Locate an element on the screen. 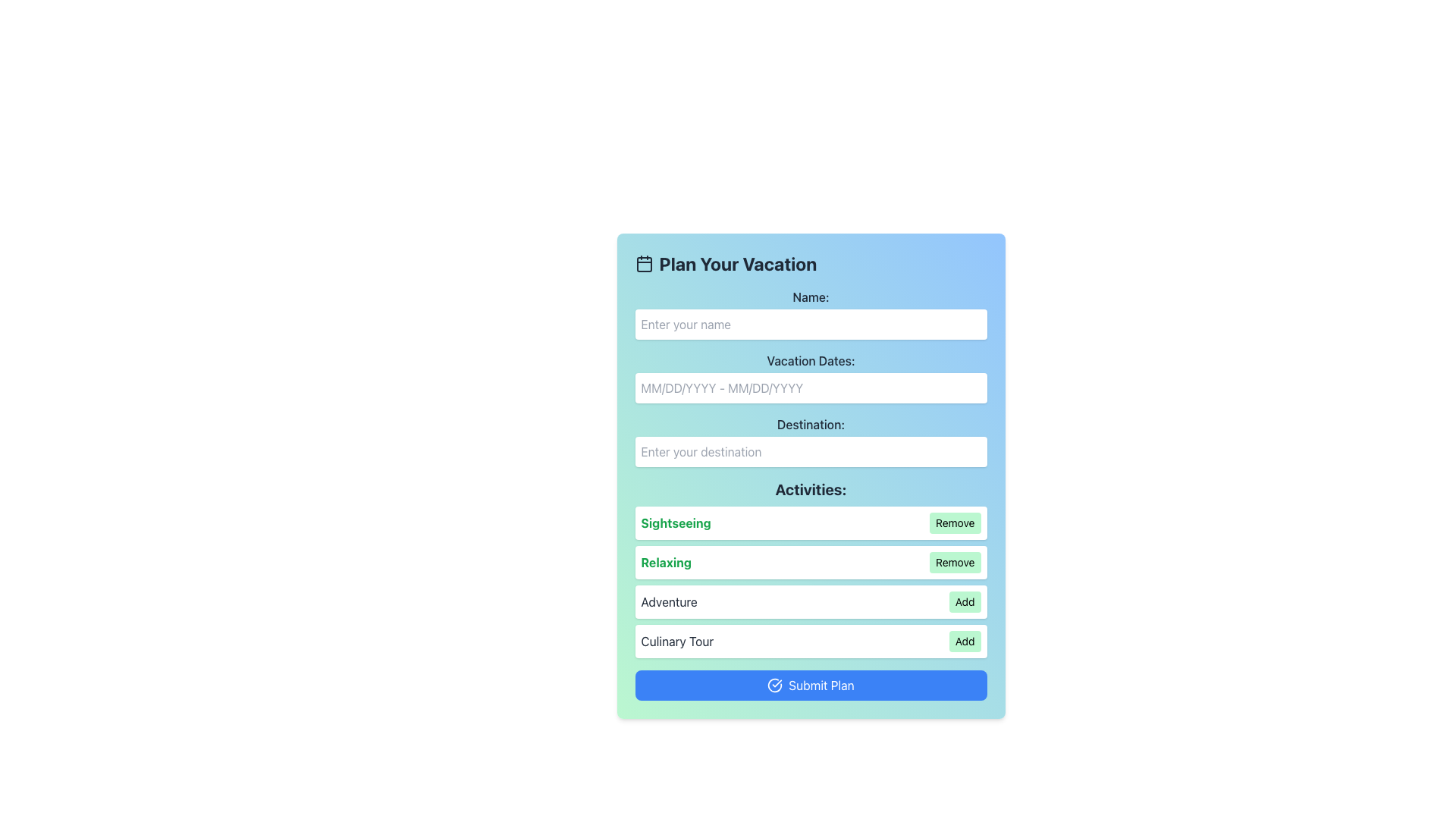 The height and width of the screenshot is (819, 1456). the text component that describes an activity option, located in the lower section of the form under 'Activities', to the left of the 'Add' button is located at coordinates (676, 641).